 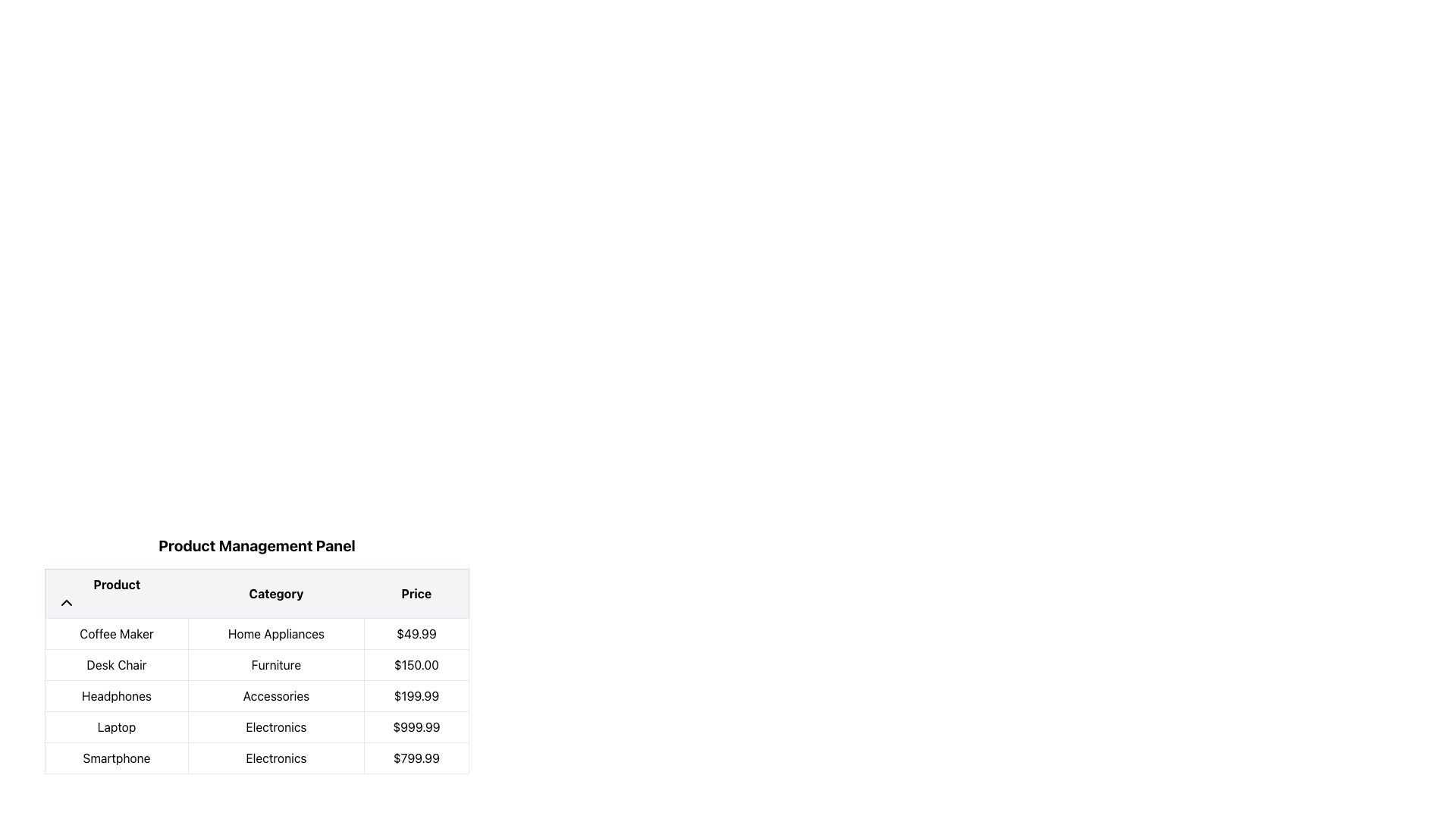 What do you see at coordinates (276, 593) in the screenshot?
I see `text displayed in the 'Category' column header, which is the second column header in a three-column table structure` at bounding box center [276, 593].